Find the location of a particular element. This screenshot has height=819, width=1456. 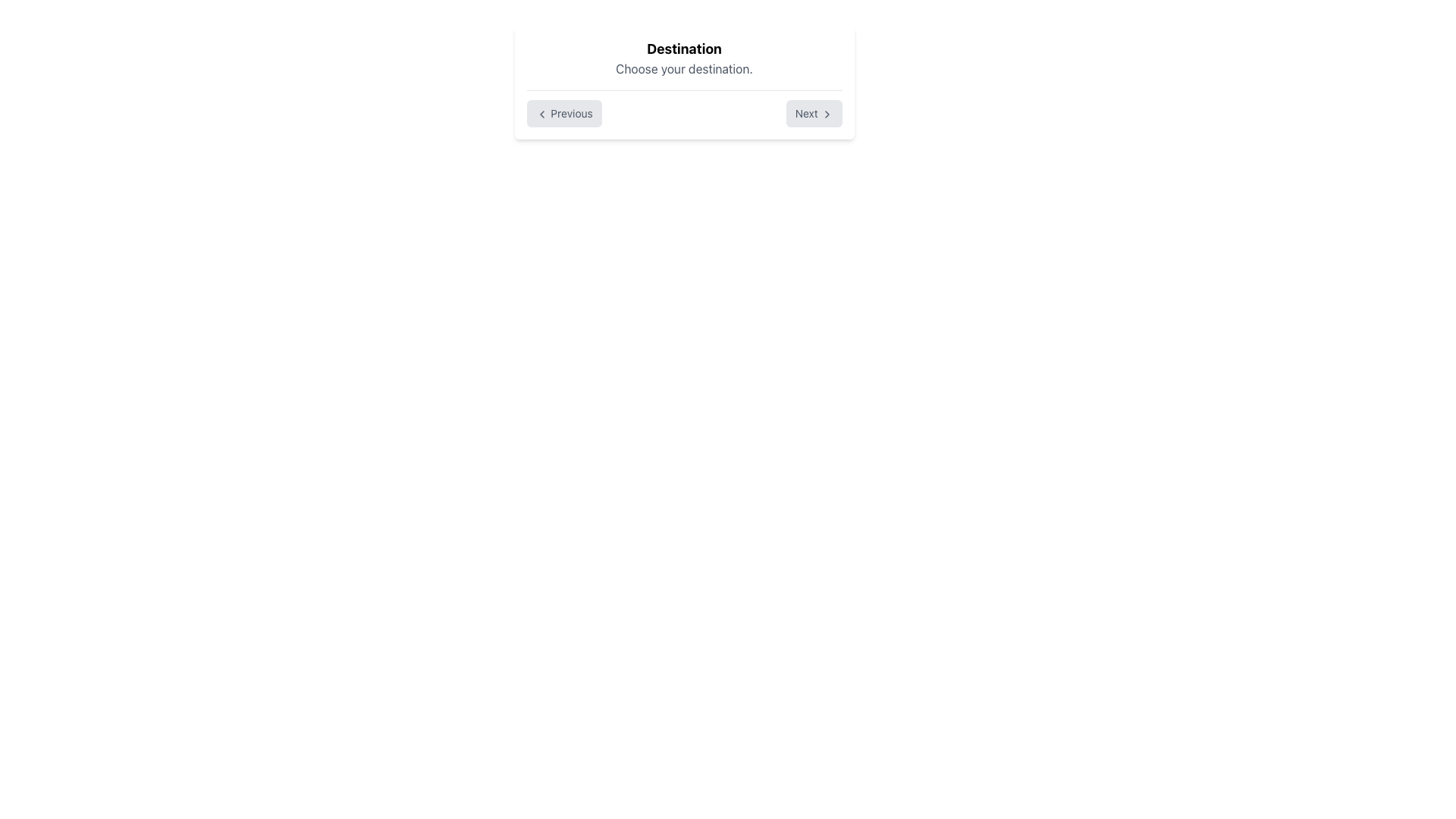

the chevron icon located inside the 'Next' button on the lower-right of the panel under the header 'Destination' is located at coordinates (826, 114).